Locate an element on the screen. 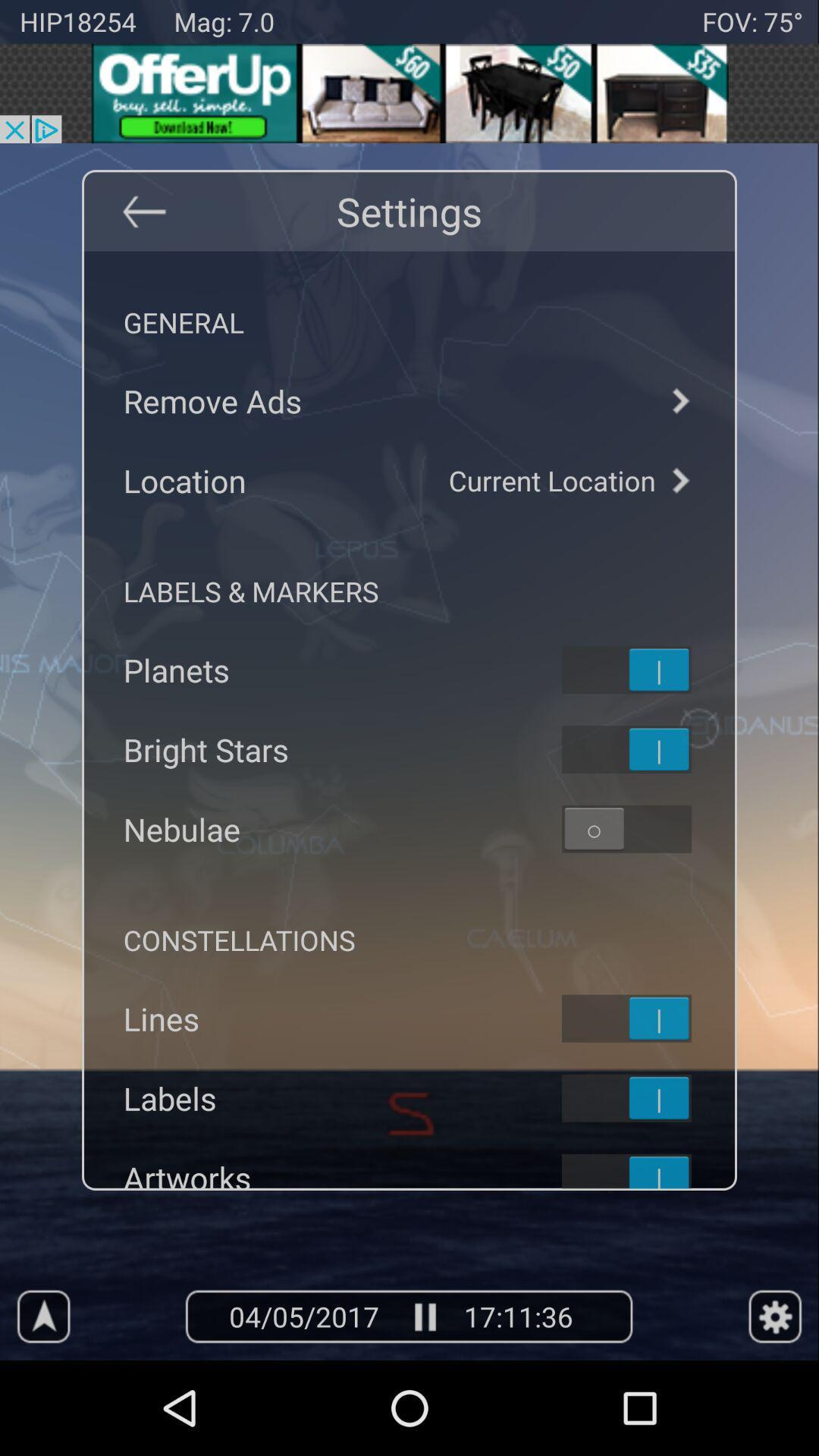 The image size is (819, 1456). turn on lines is located at coordinates (646, 1018).